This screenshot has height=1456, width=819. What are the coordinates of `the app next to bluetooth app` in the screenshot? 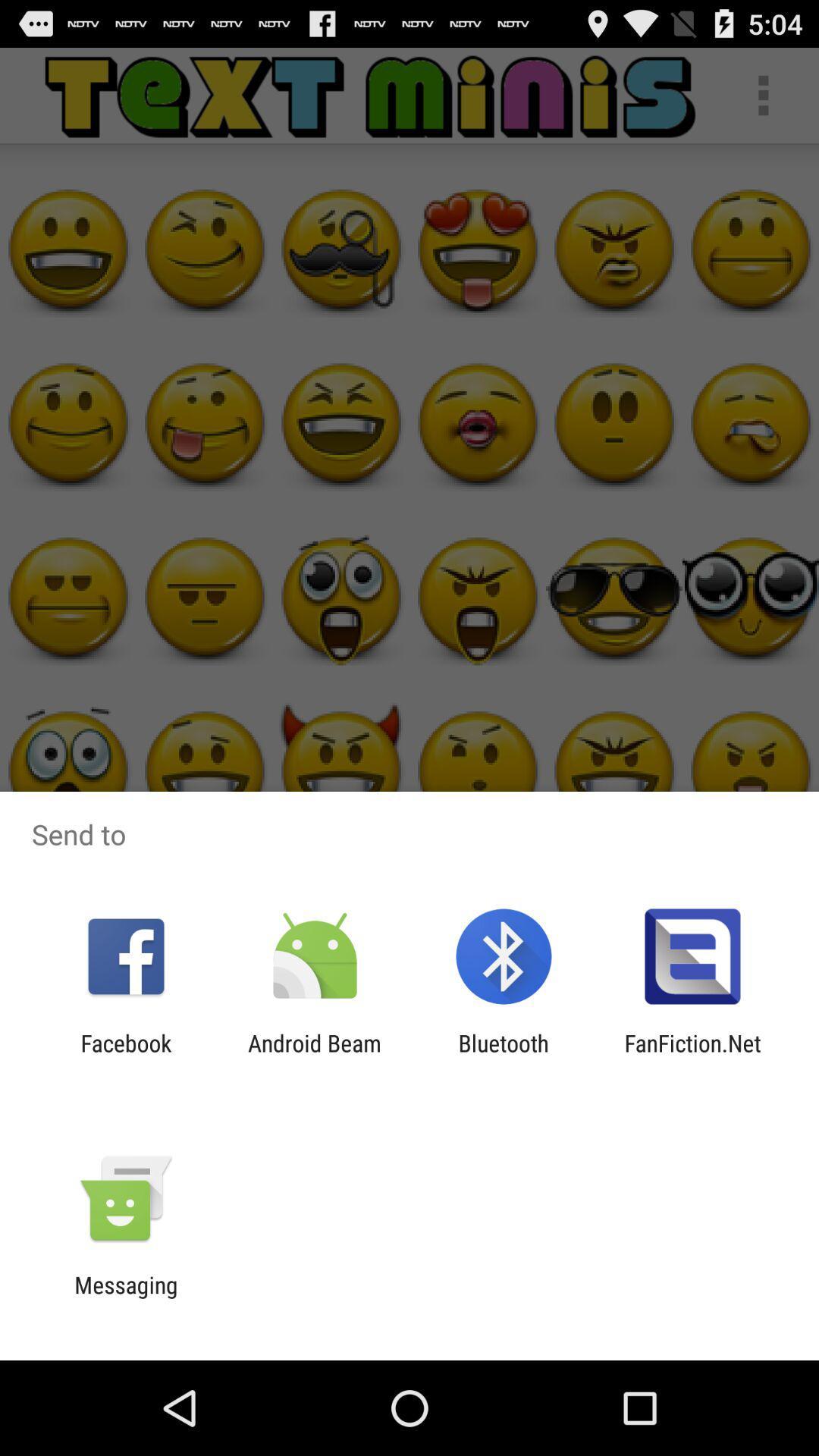 It's located at (314, 1056).